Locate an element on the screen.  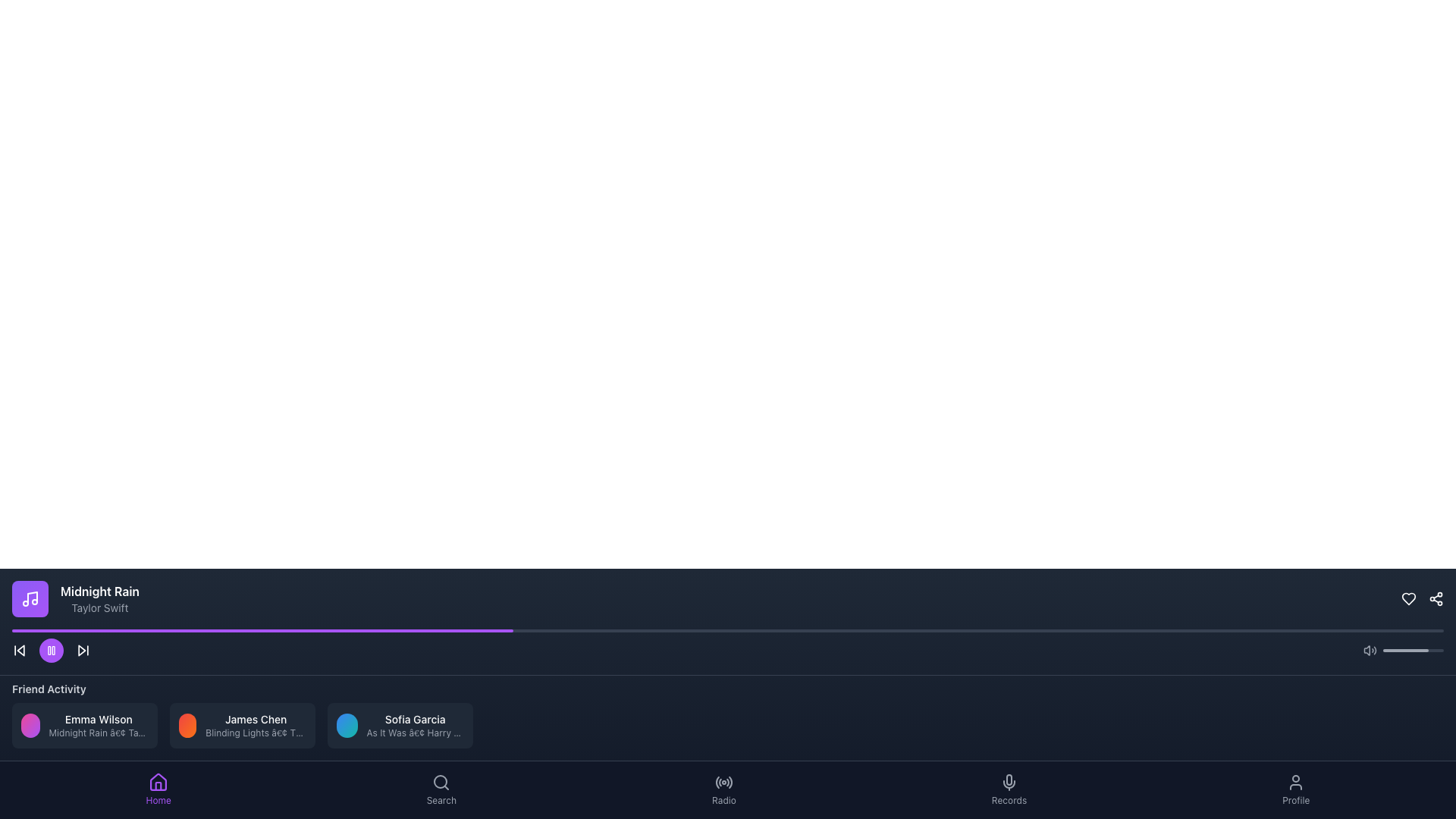
displayed text on the Static content display card featuring 'Emma Wilson' and 'Midnight Rain • Taylor Swift' in the 'Friend Activity' section is located at coordinates (83, 724).